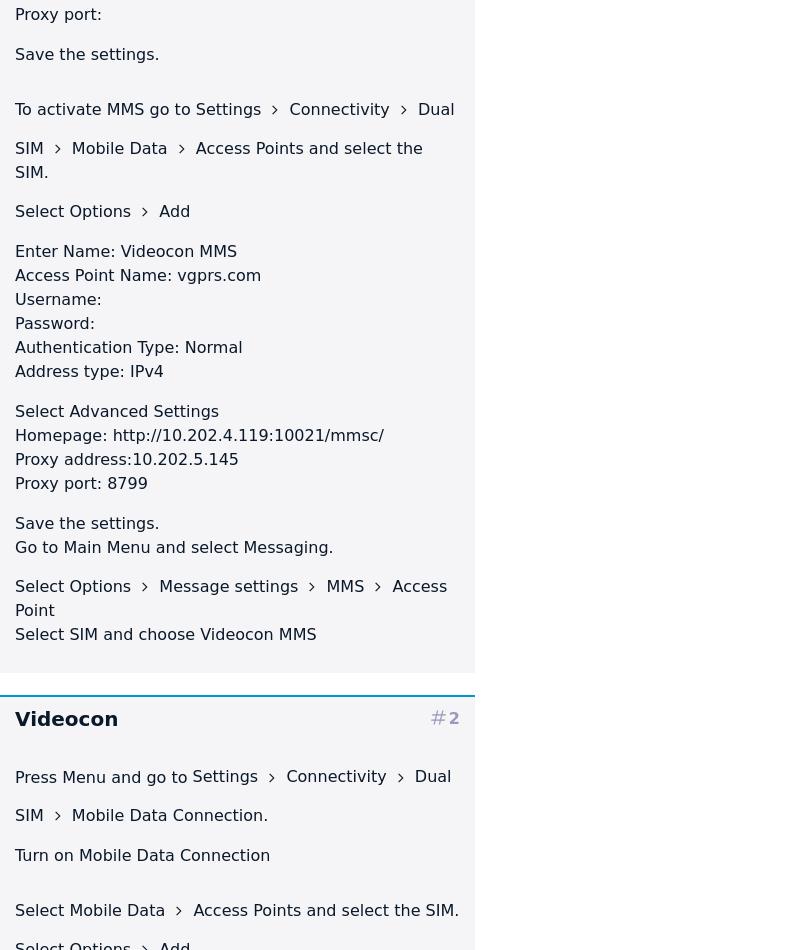  What do you see at coordinates (184, 457) in the screenshot?
I see `'10.202.5.145'` at bounding box center [184, 457].